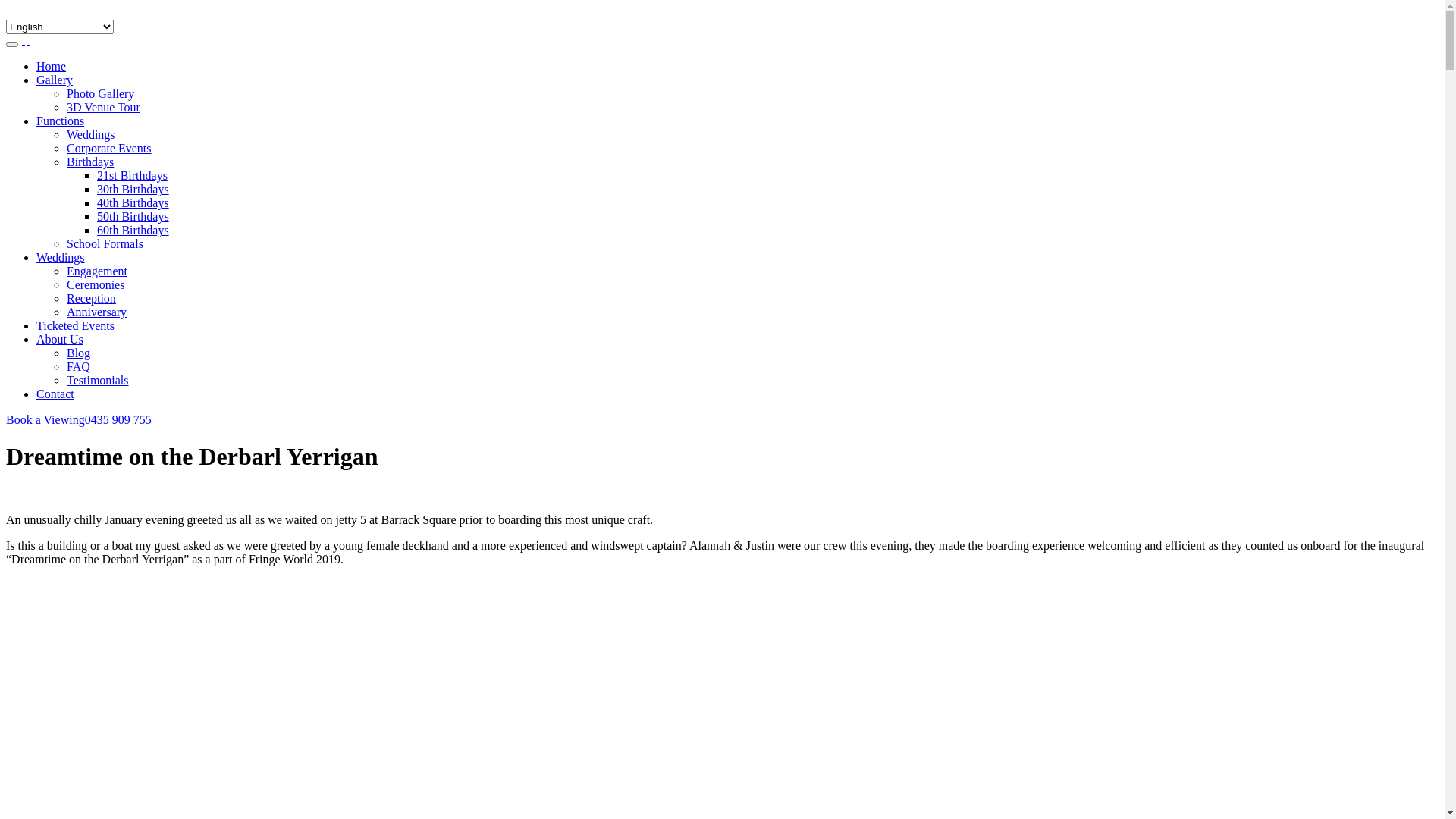 This screenshot has width=1456, height=819. I want to click on 'Birthdays', so click(65, 162).